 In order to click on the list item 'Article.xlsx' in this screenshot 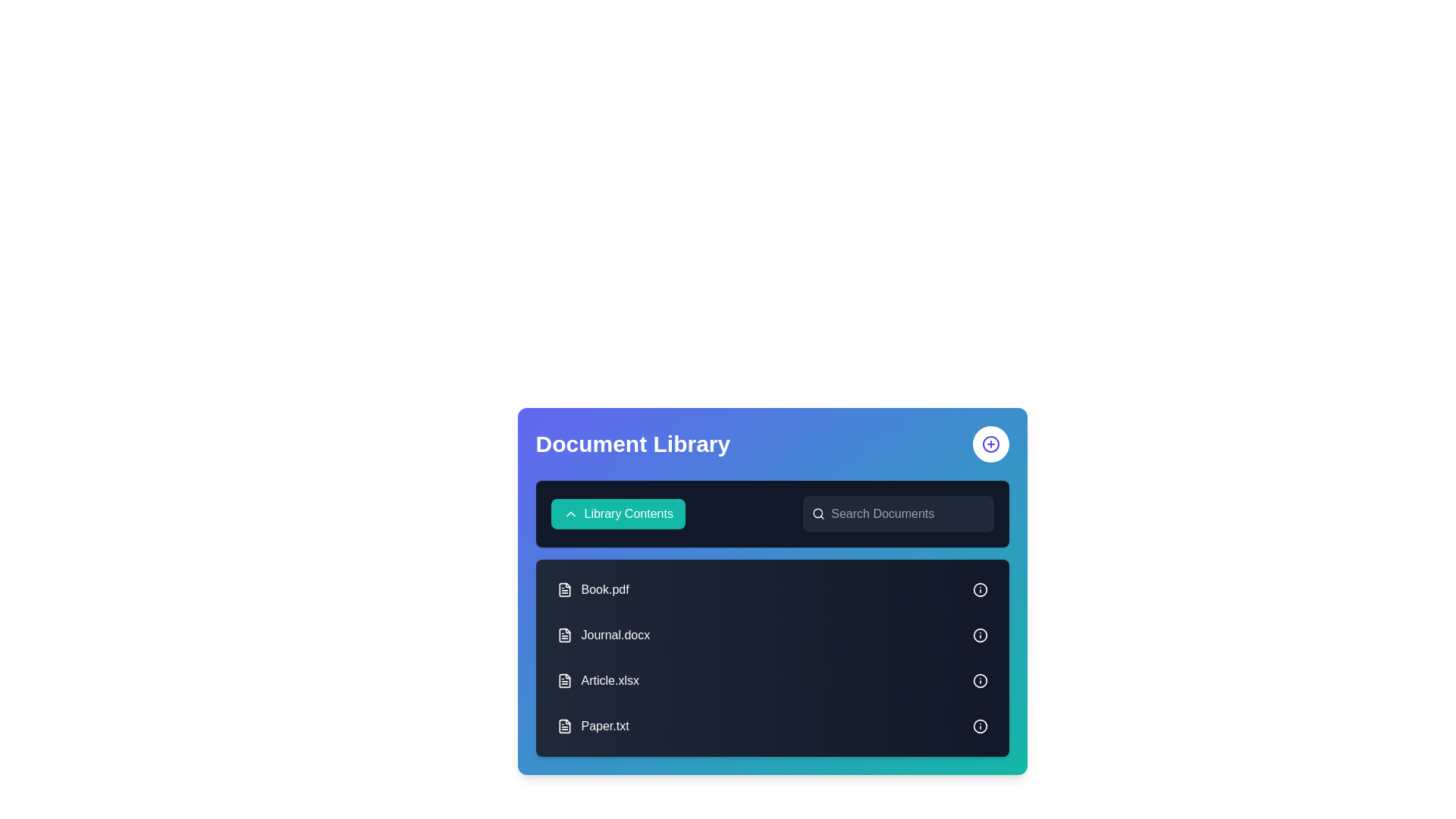, I will do `click(772, 680)`.